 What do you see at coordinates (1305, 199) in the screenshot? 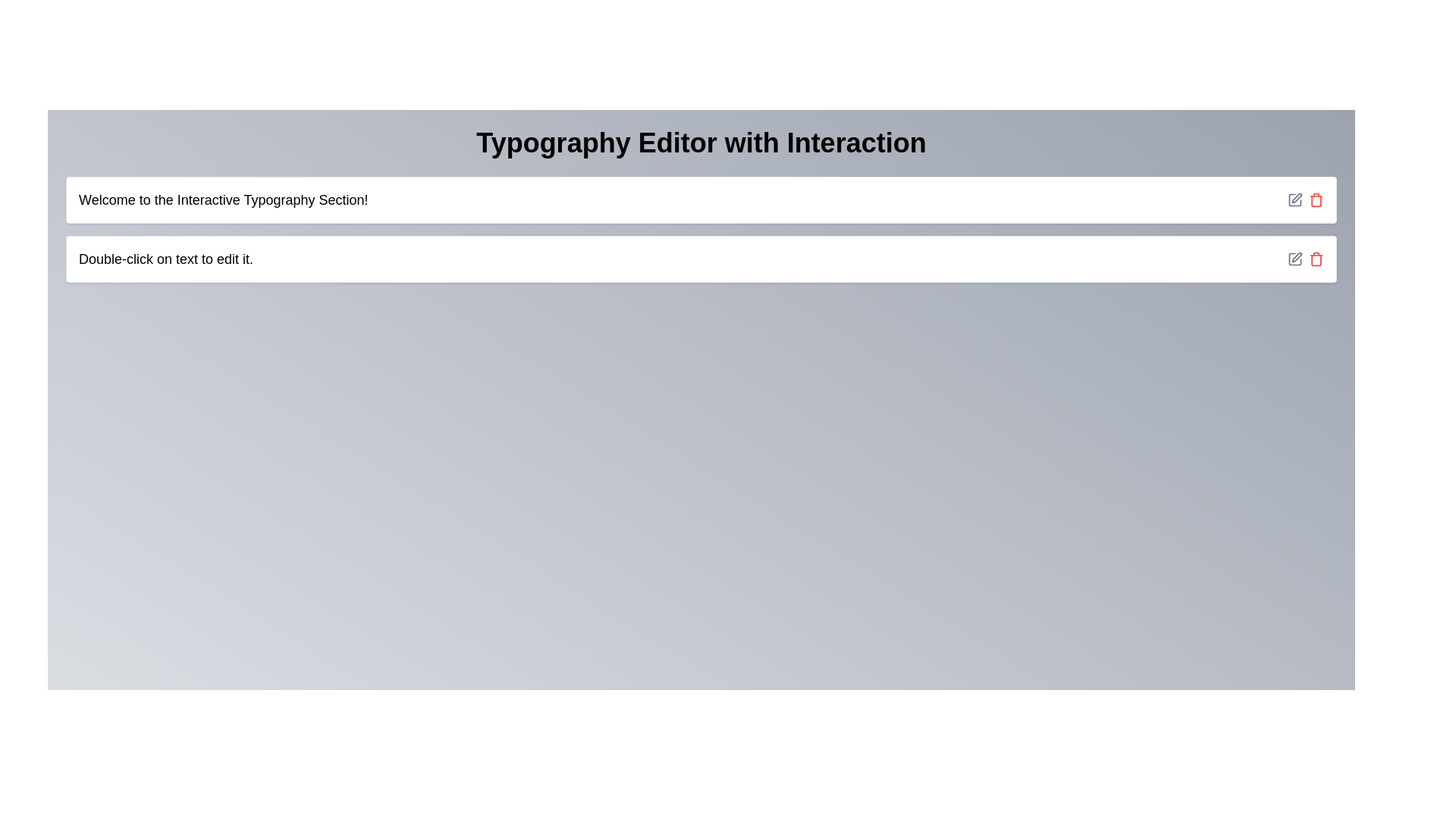
I see `the pencil icon located in the icon group at the top right corner of the white content area, which symbolizes editing` at bounding box center [1305, 199].